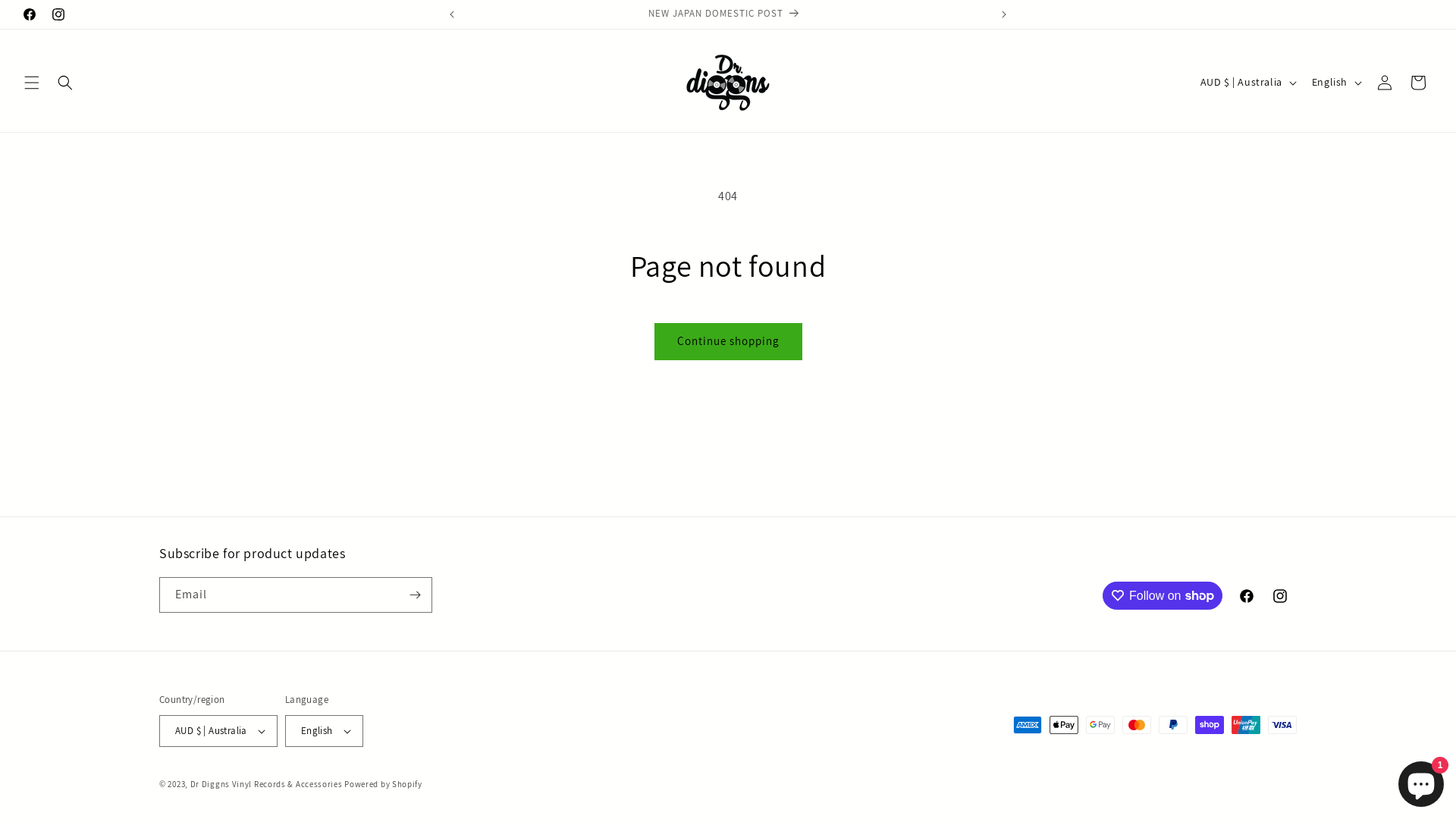 The width and height of the screenshot is (1456, 819). I want to click on 'Dr Diggns Vinyl Records & Accessories', so click(266, 783).